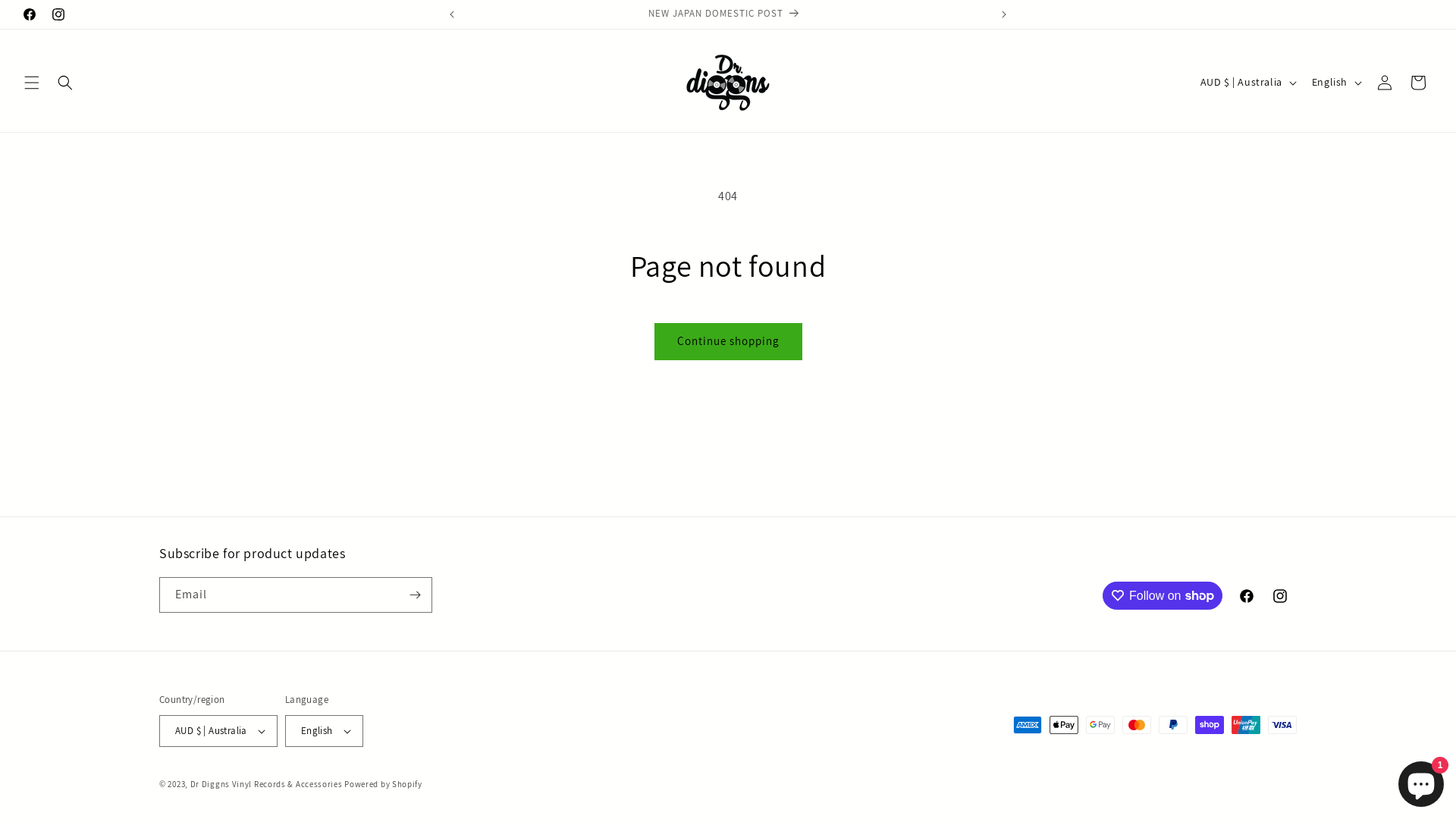 The width and height of the screenshot is (1456, 819). I want to click on 'Dr Diggns Vinyl Records & Accessories', so click(266, 783).